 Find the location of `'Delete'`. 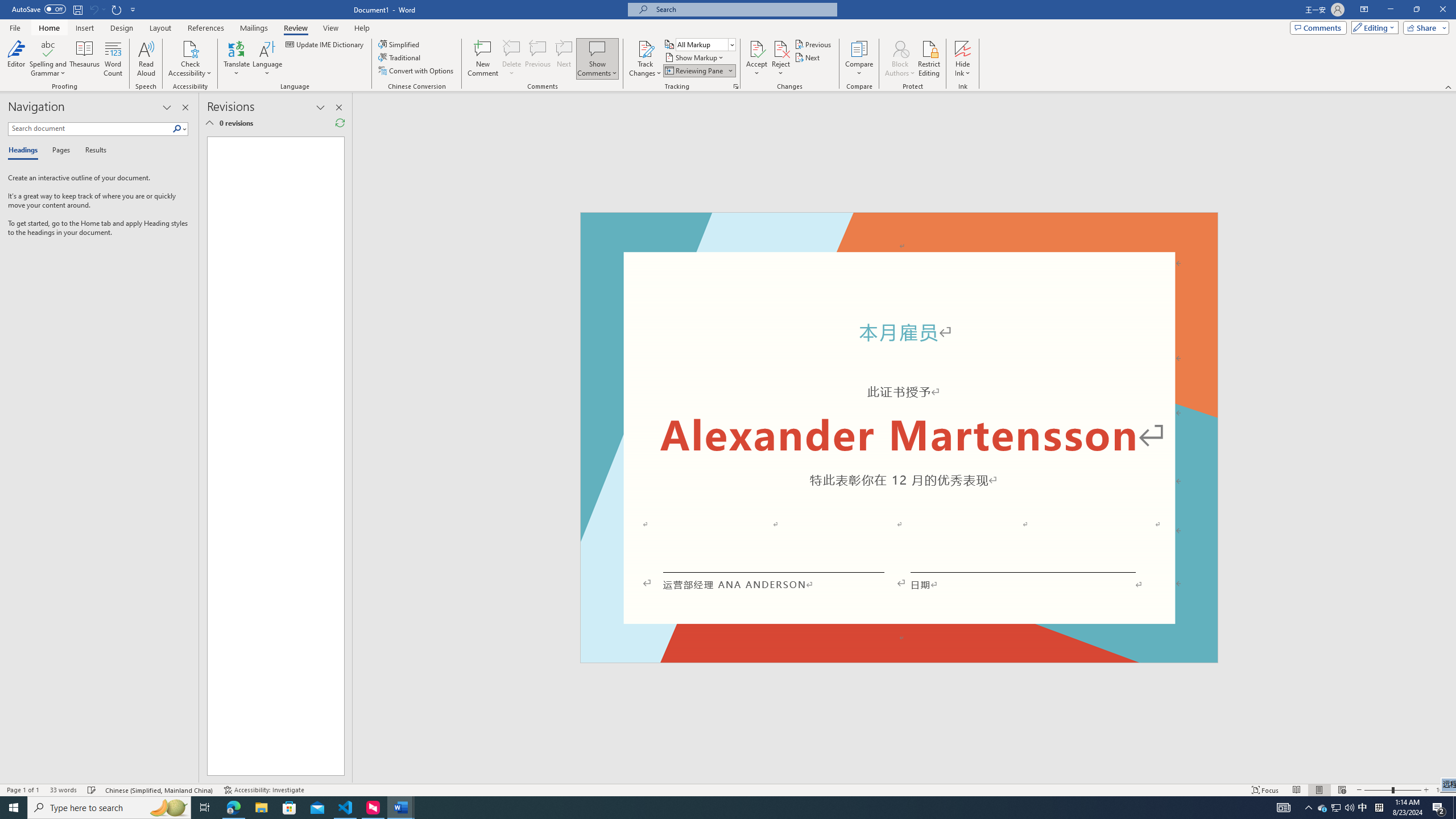

'Delete' is located at coordinates (511, 48).